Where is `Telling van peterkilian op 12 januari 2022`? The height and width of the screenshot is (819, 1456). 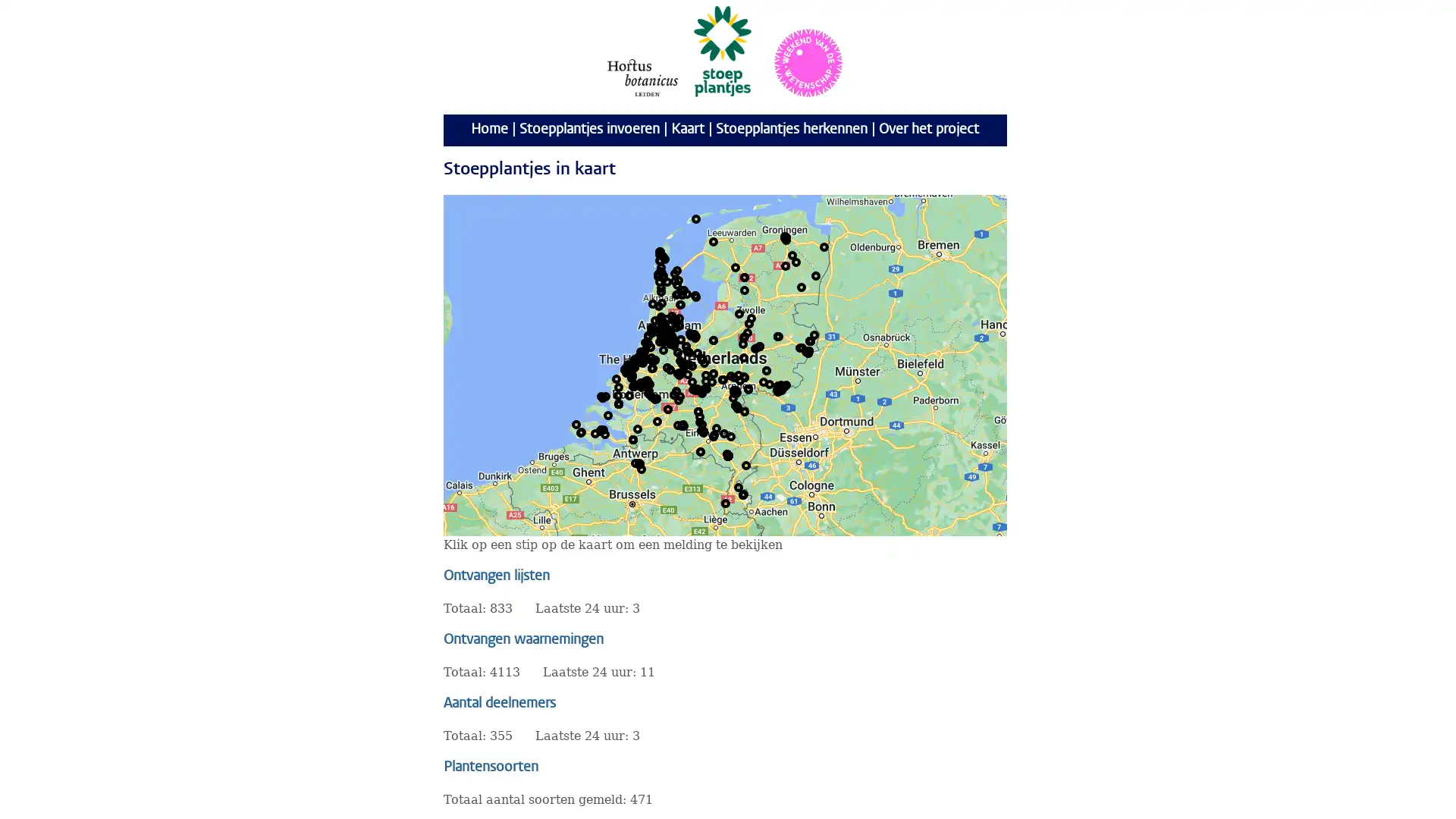
Telling van peterkilian op 12 januari 2022 is located at coordinates (667, 332).